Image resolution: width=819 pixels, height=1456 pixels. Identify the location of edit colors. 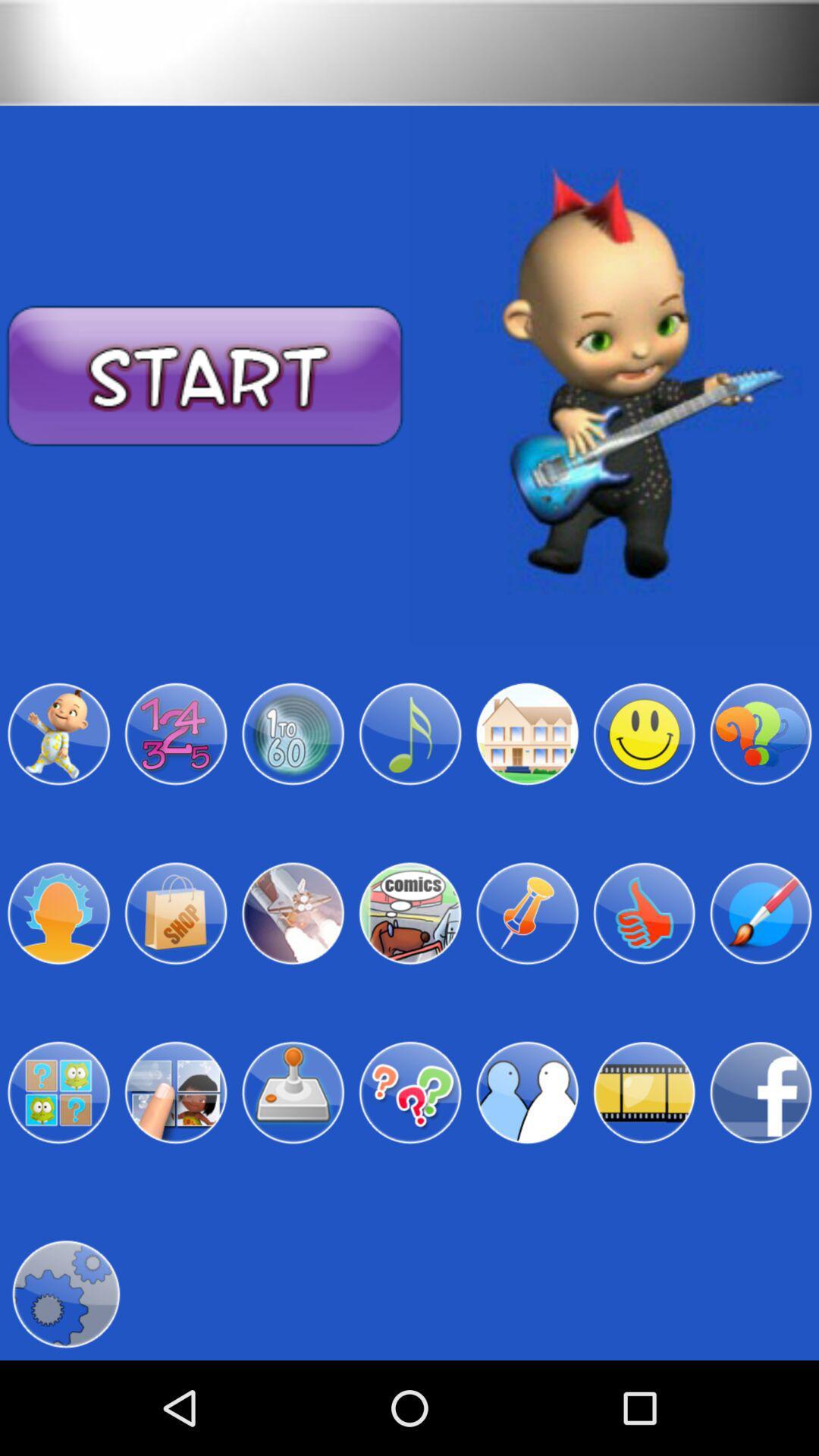
(761, 912).